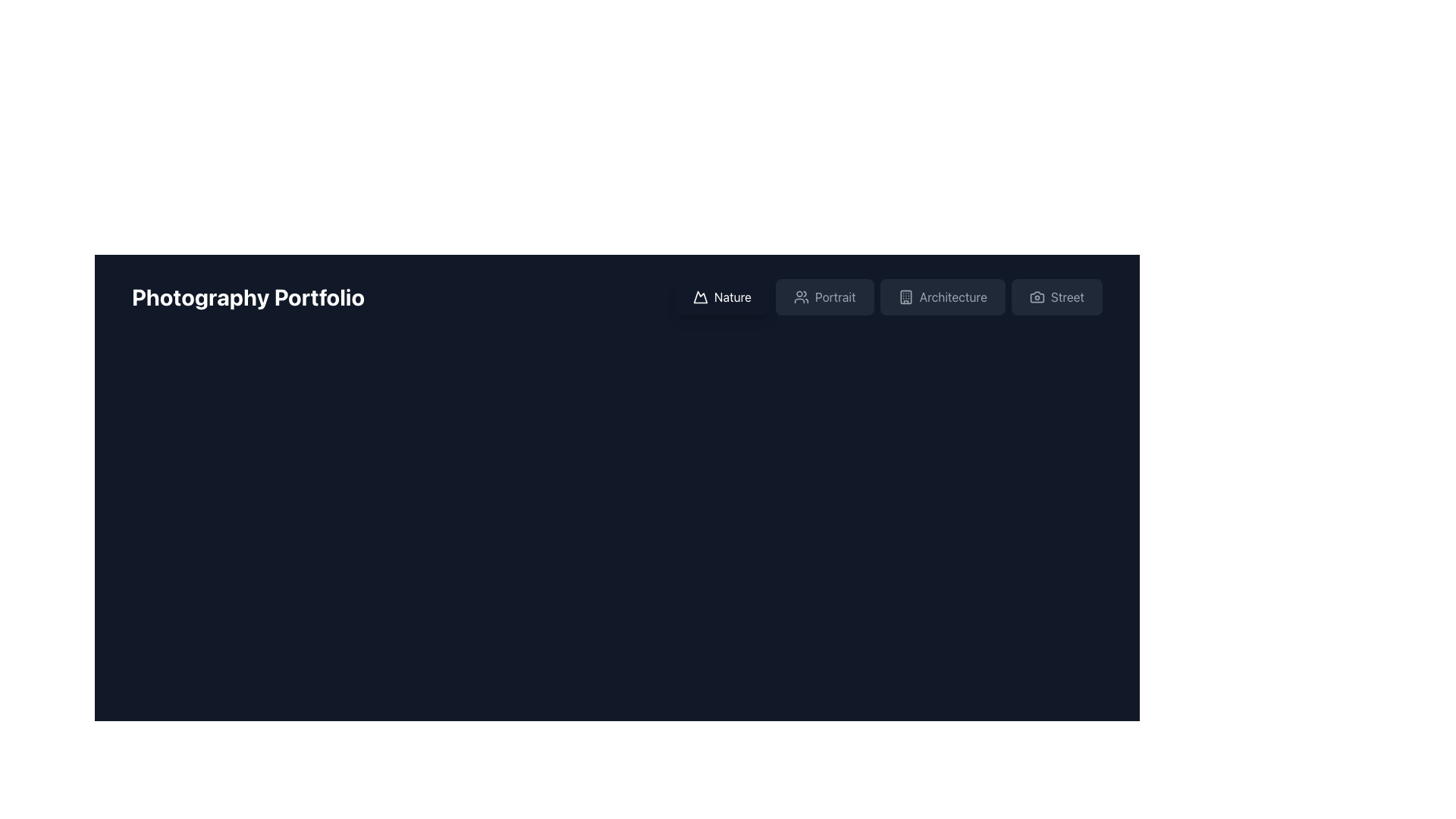 The width and height of the screenshot is (1456, 819). I want to click on the architecture button, which is the third button in a horizontal list of four, so click(942, 297).